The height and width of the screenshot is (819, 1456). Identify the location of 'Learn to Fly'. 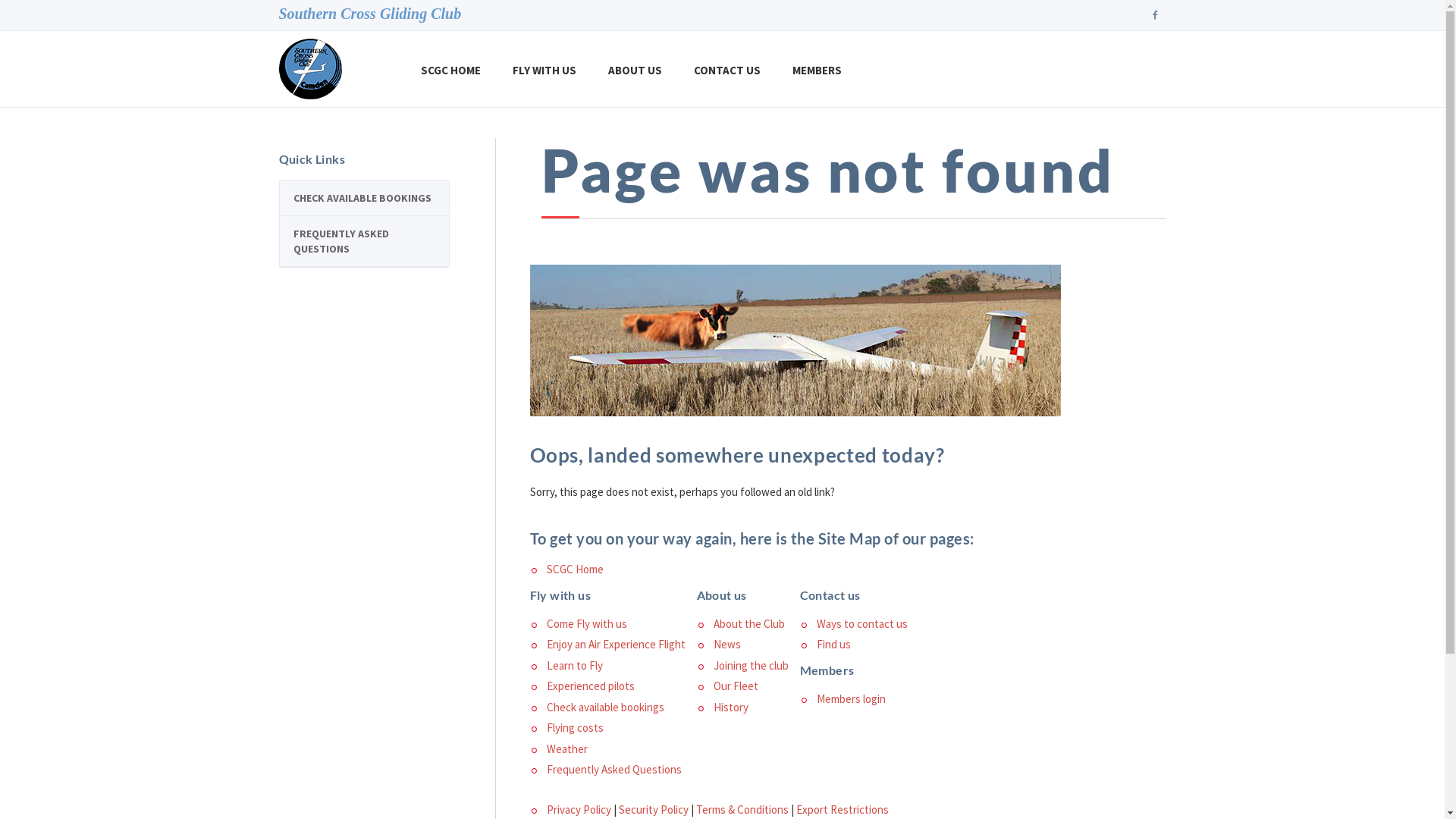
(573, 664).